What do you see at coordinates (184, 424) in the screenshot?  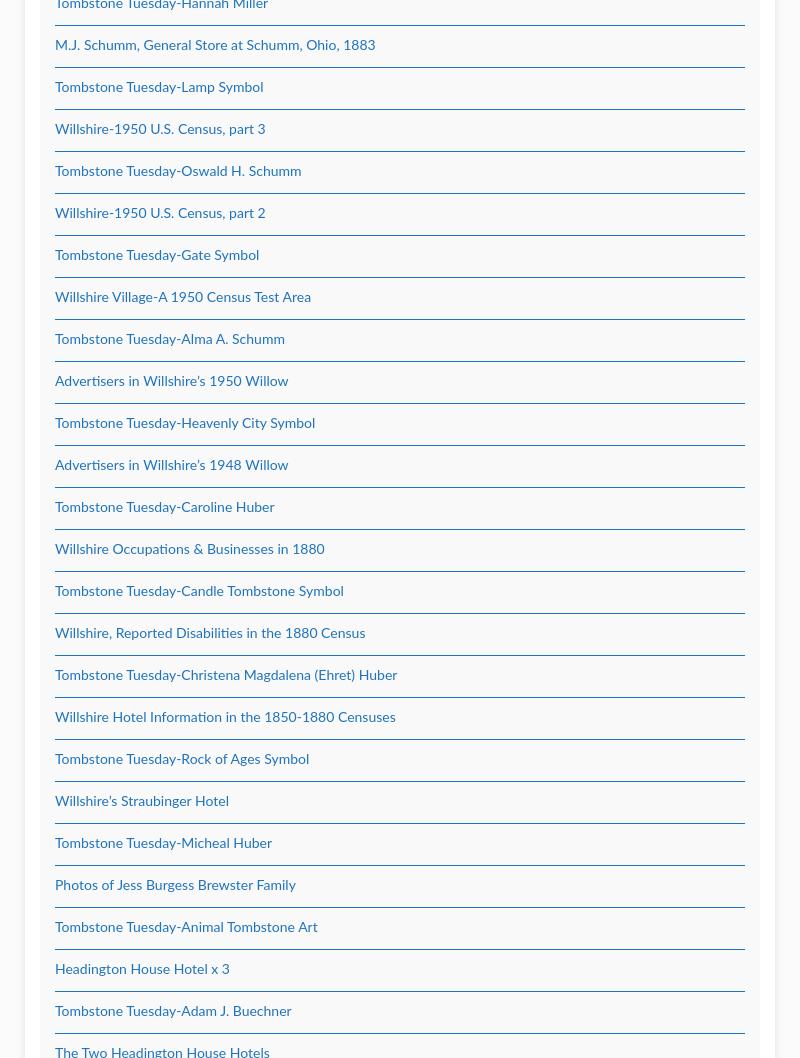 I see `'Tombstone Tuesday-Heavenly City Symbol'` at bounding box center [184, 424].